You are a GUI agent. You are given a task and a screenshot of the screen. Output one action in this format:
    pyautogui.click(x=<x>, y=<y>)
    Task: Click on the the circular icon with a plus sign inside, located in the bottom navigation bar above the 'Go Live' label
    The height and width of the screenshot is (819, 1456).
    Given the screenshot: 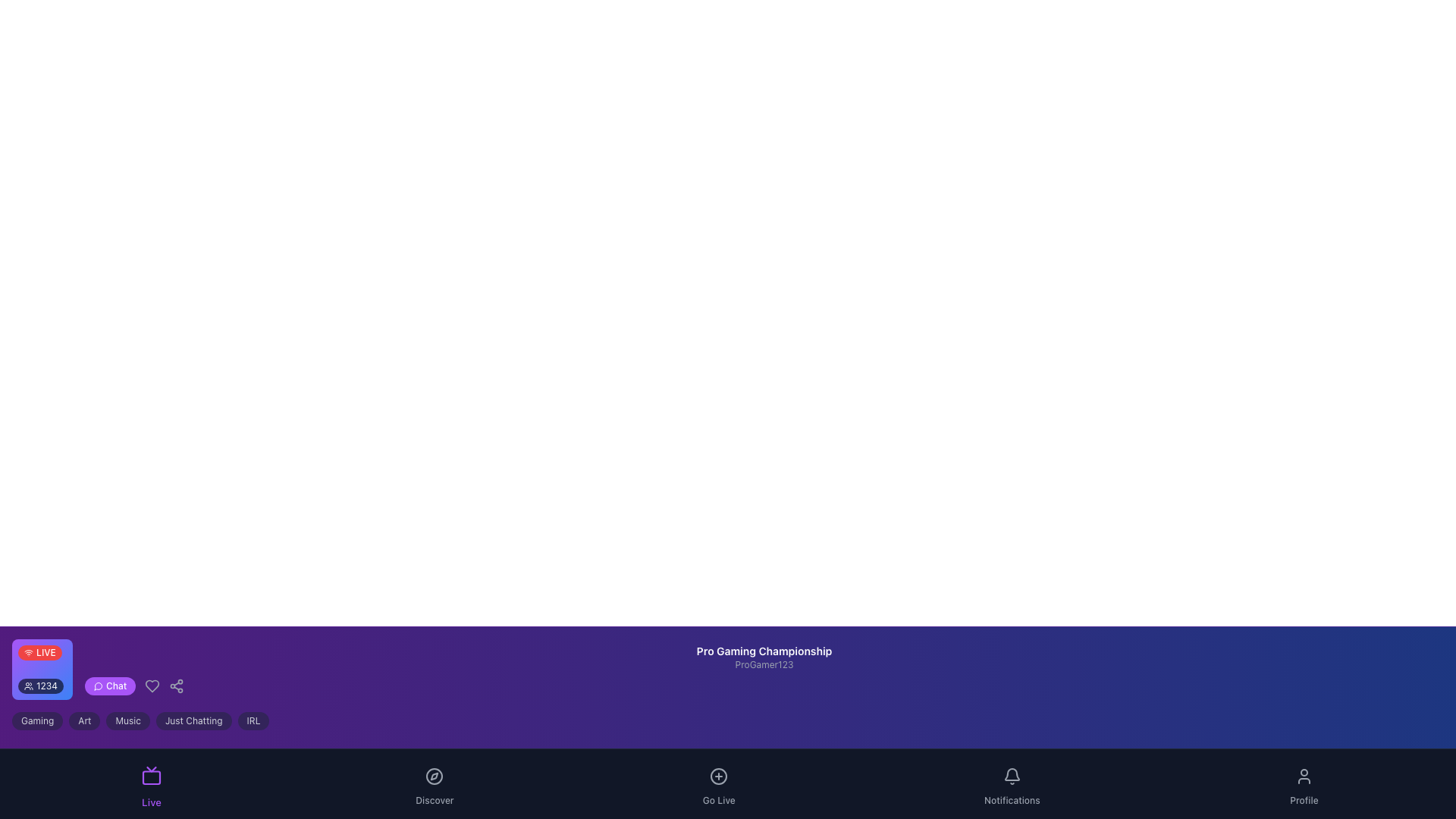 What is the action you would take?
    pyautogui.click(x=718, y=776)
    